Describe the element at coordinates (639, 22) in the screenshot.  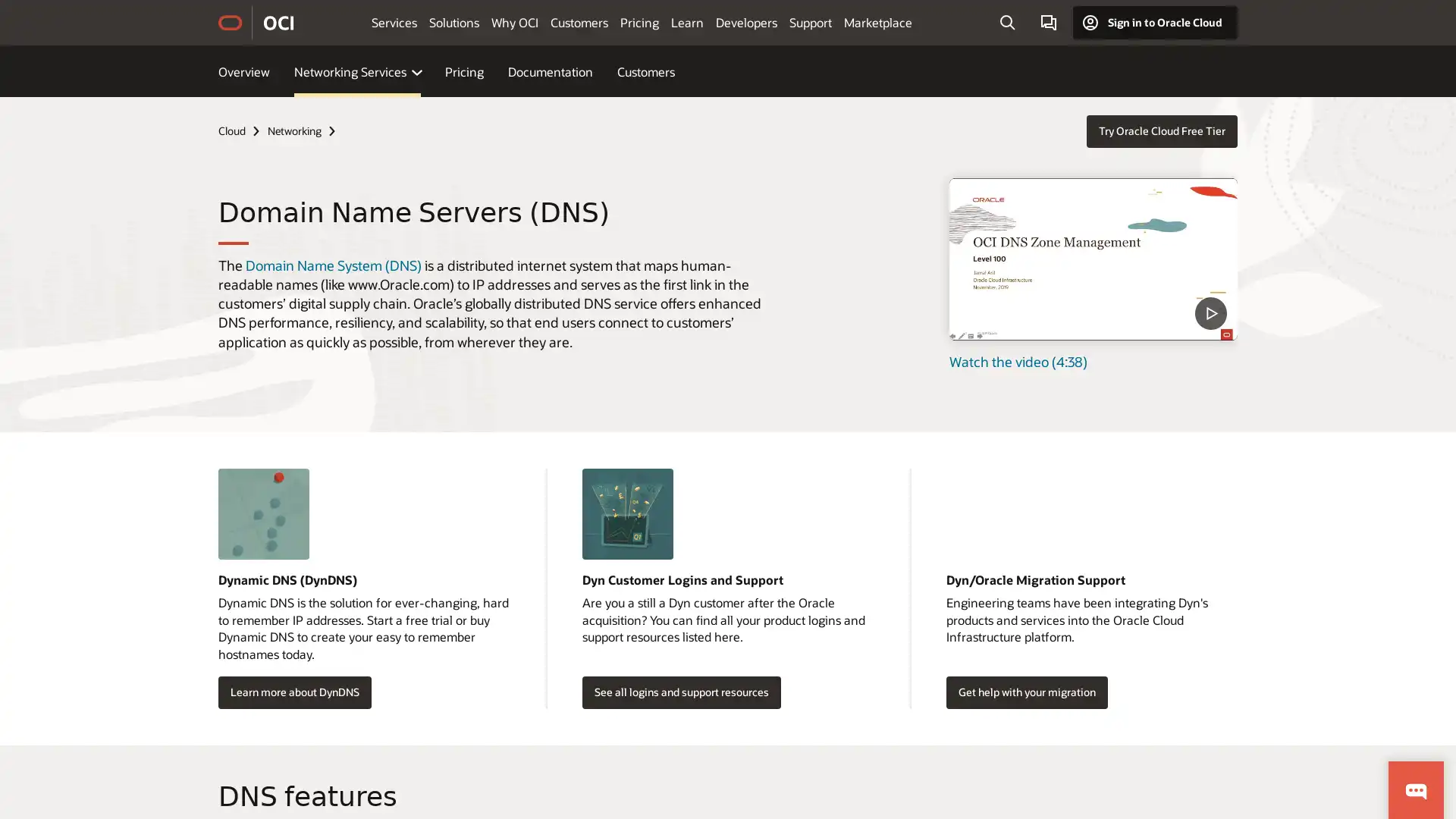
I see `Pricing` at that location.